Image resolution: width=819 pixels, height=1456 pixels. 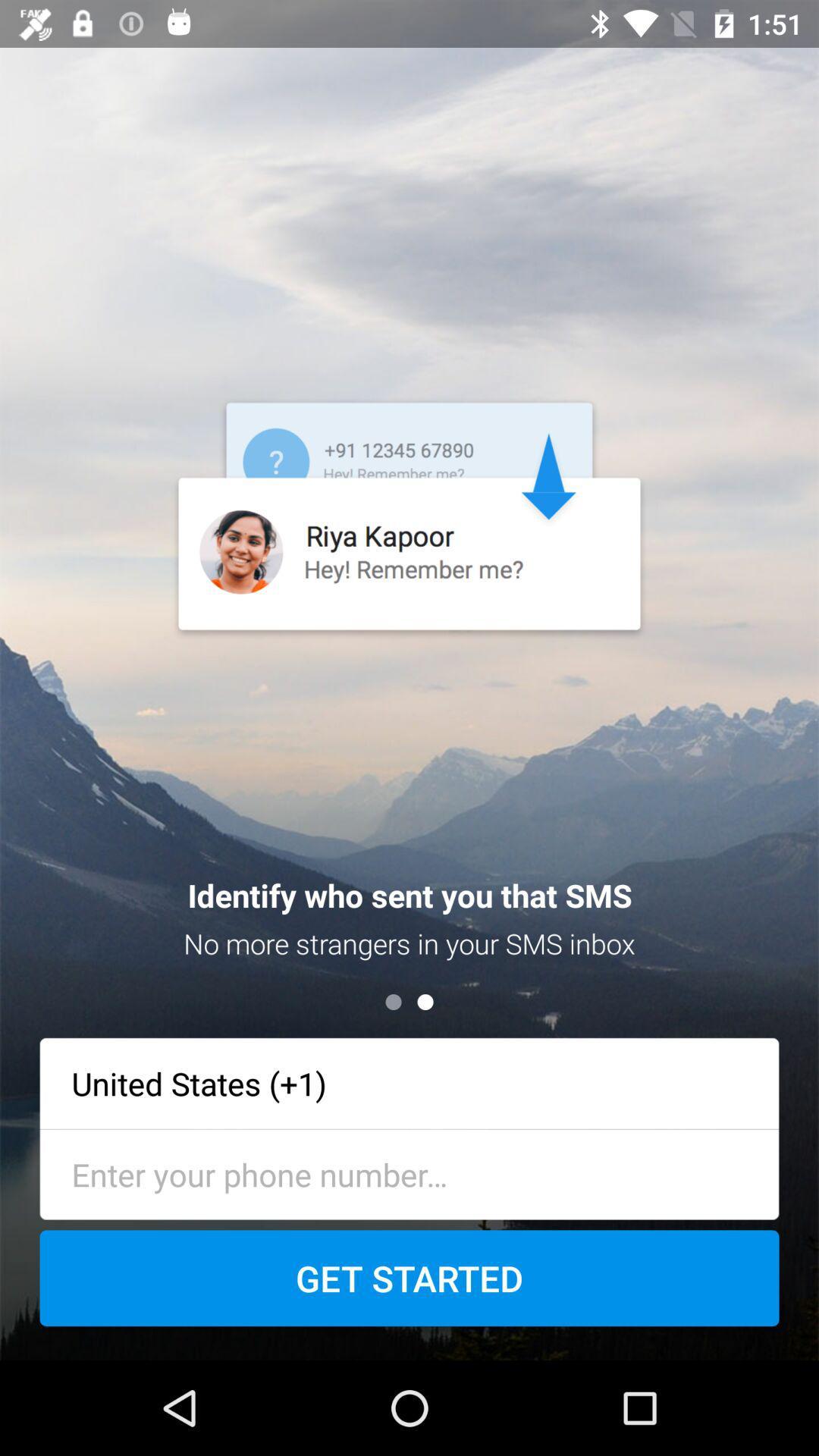 What do you see at coordinates (409, 1173) in the screenshot?
I see `type the phone number` at bounding box center [409, 1173].